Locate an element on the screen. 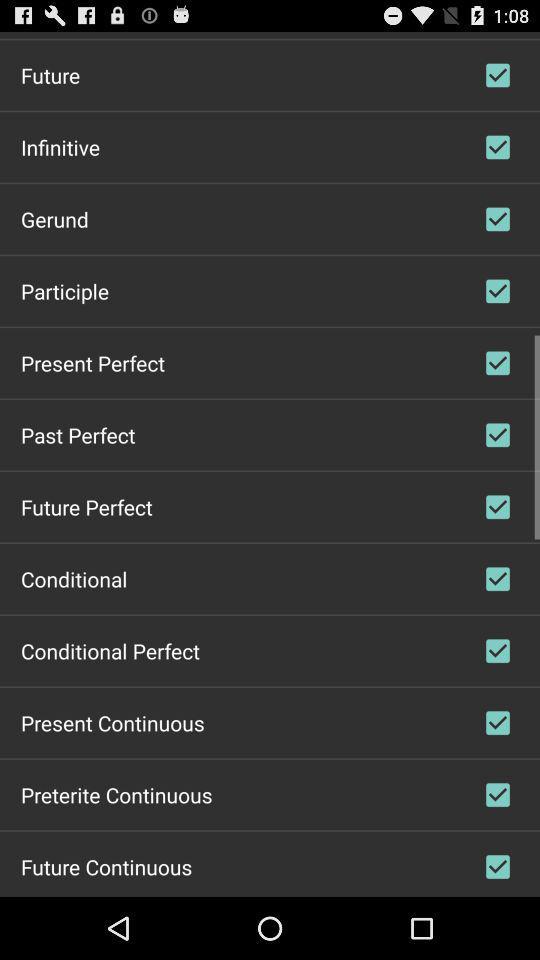 The image size is (540, 960). the conditional perfect is located at coordinates (110, 649).